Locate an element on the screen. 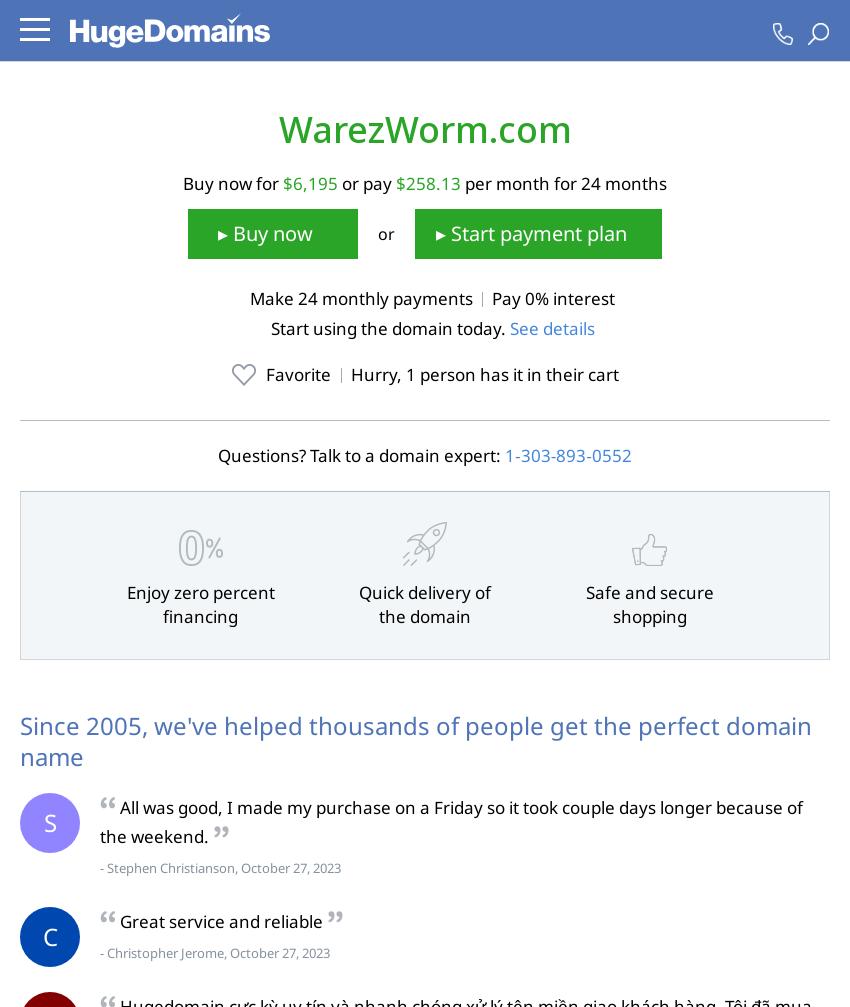  'per month for 24 months' is located at coordinates (563, 182).